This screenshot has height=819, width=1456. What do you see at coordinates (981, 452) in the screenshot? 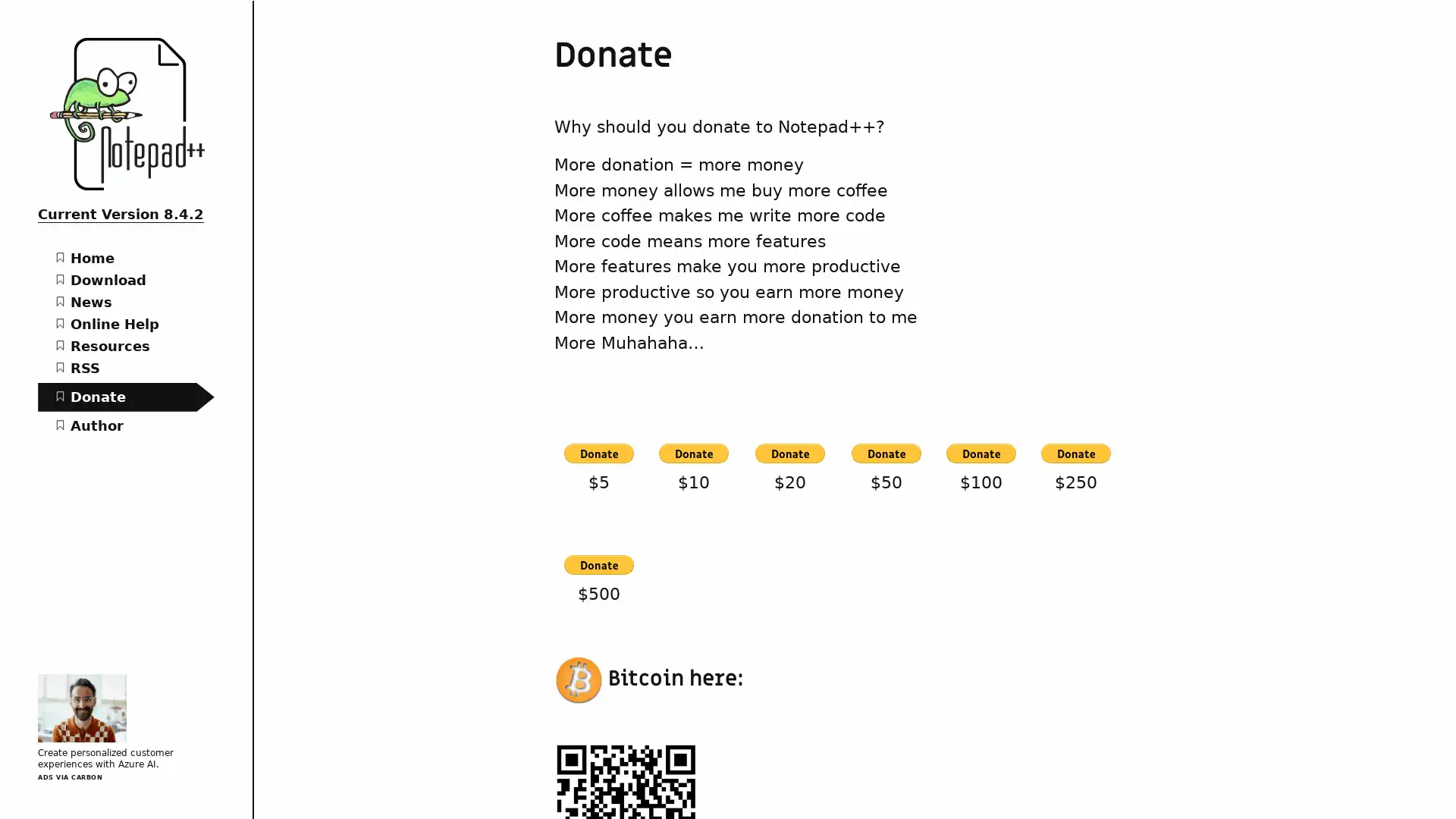
I see `PayPal - The safer, easier way to pay online!` at bounding box center [981, 452].